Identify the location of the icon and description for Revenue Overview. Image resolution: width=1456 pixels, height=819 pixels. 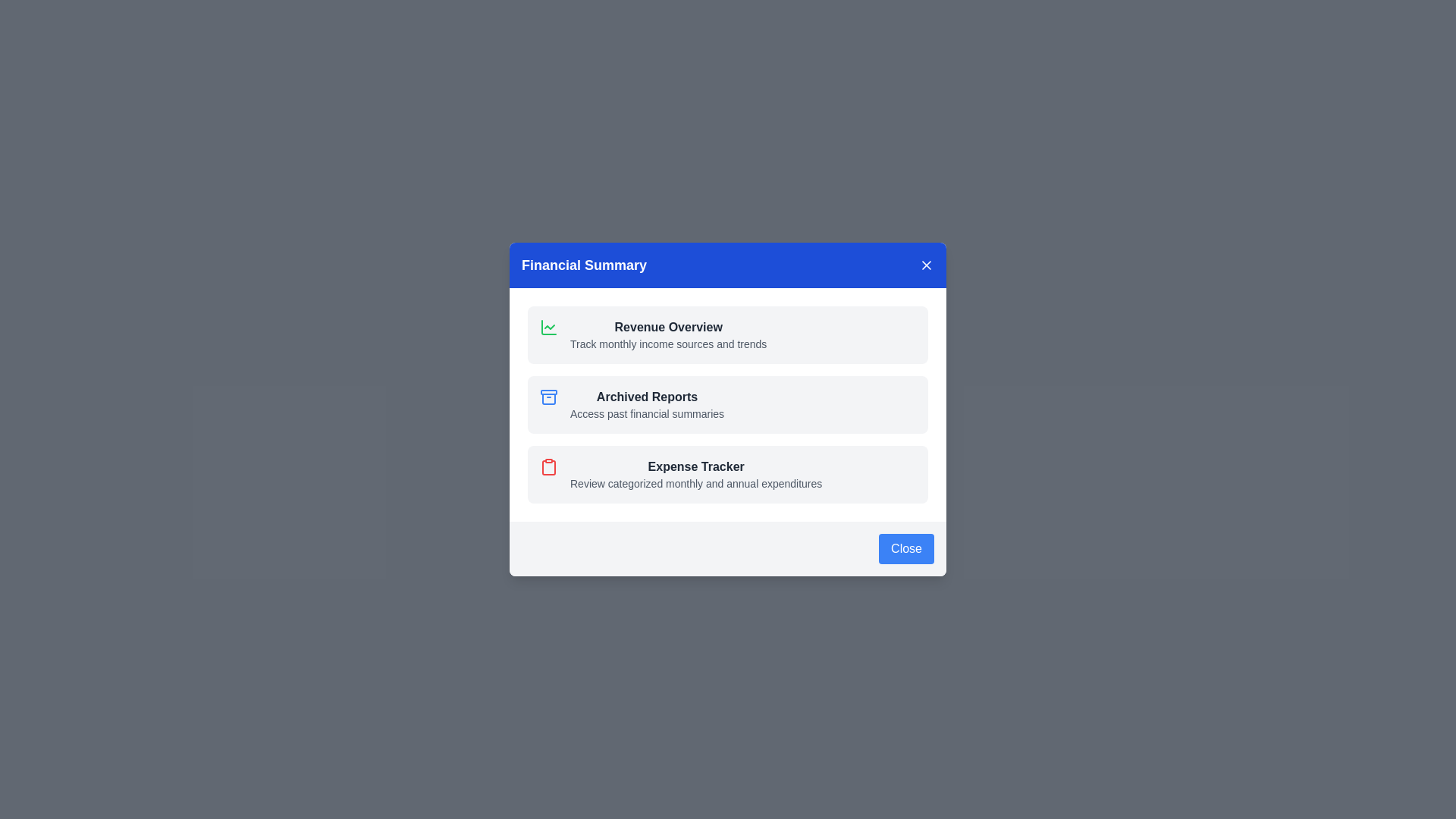
(548, 327).